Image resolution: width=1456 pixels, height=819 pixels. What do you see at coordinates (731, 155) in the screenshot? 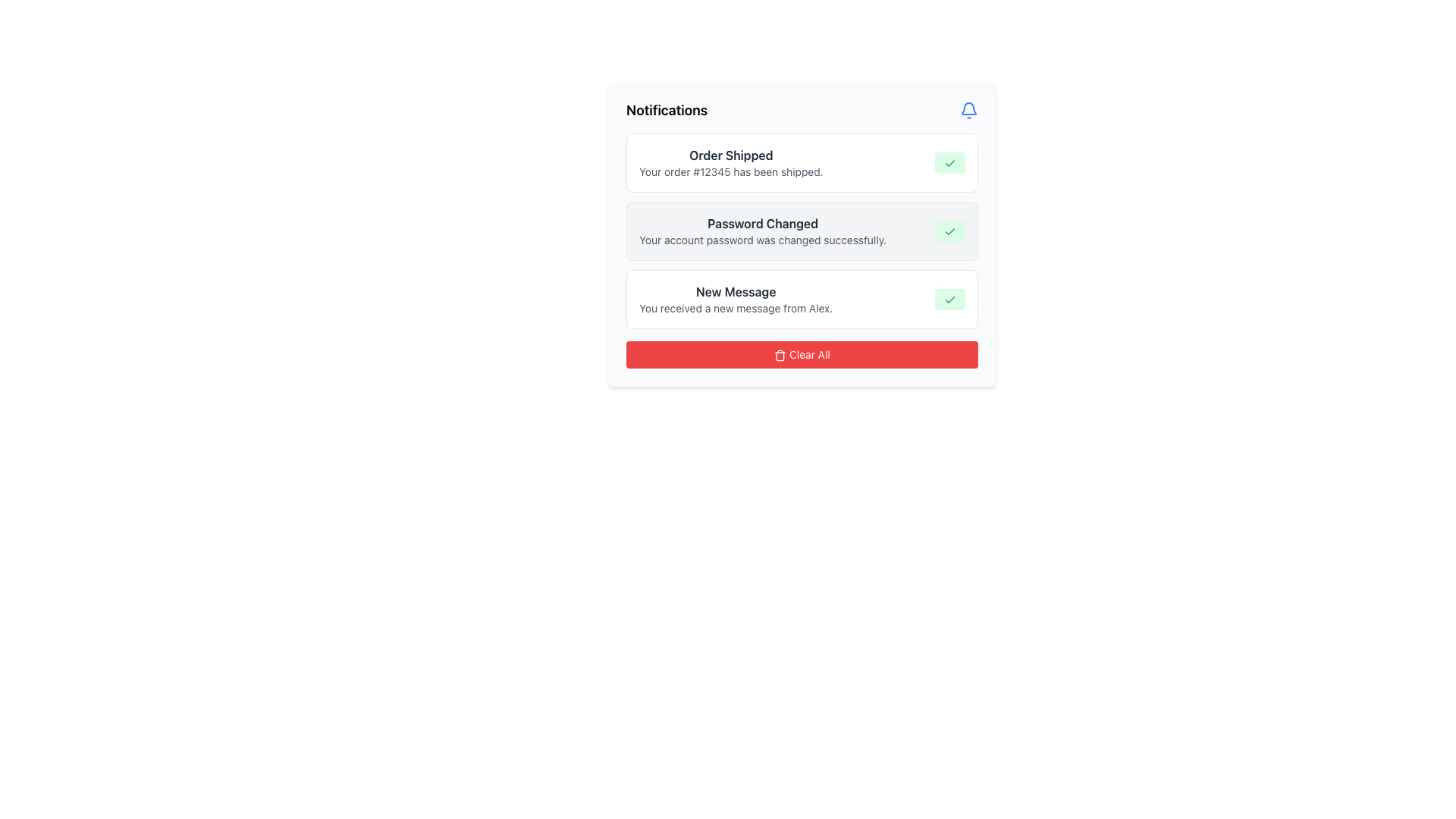
I see `text 'Order Shipped' which is styled in bold and dark gray, located at the top of the first notification card` at bounding box center [731, 155].